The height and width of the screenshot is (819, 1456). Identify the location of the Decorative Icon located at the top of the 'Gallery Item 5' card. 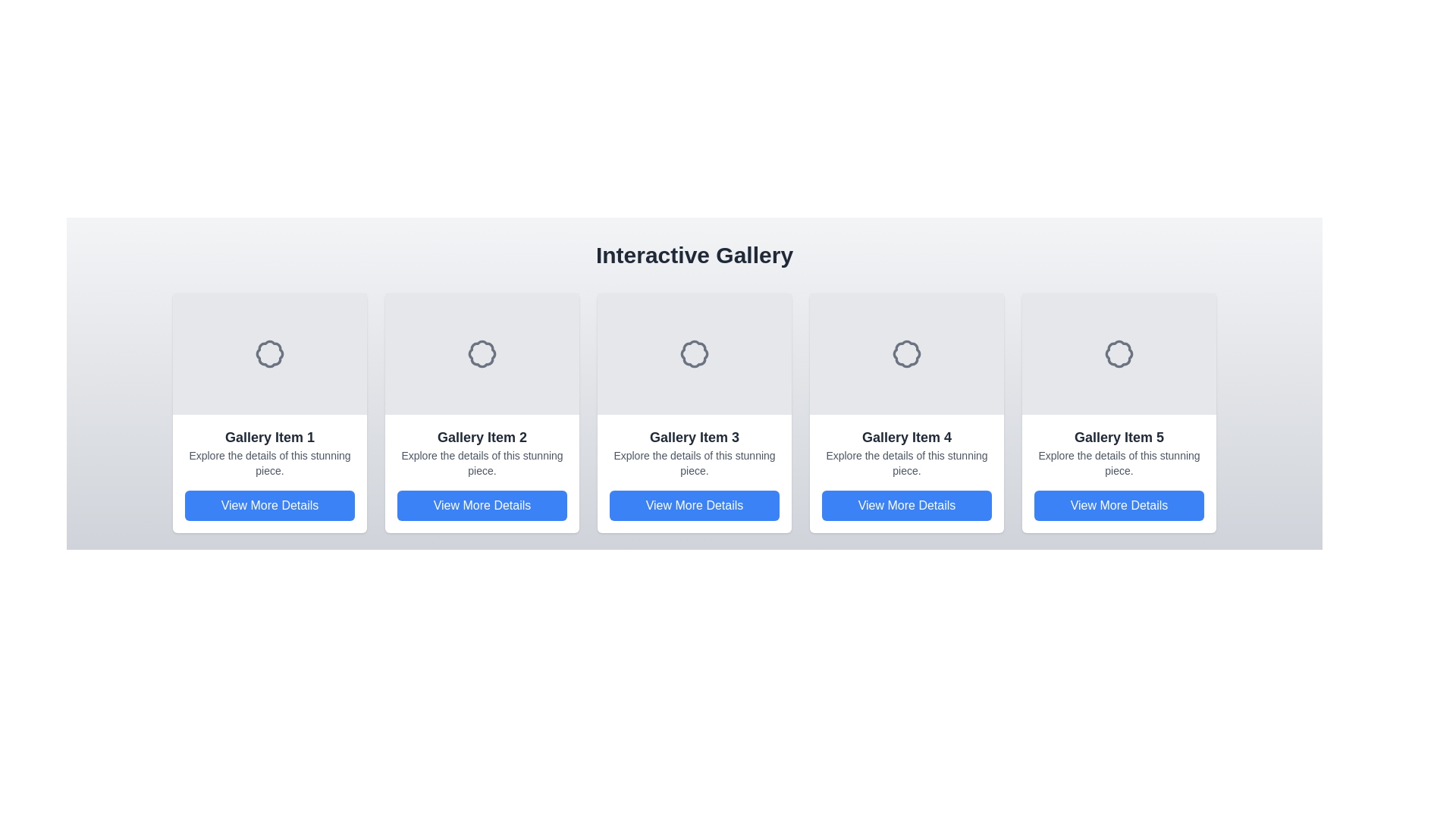
(1119, 353).